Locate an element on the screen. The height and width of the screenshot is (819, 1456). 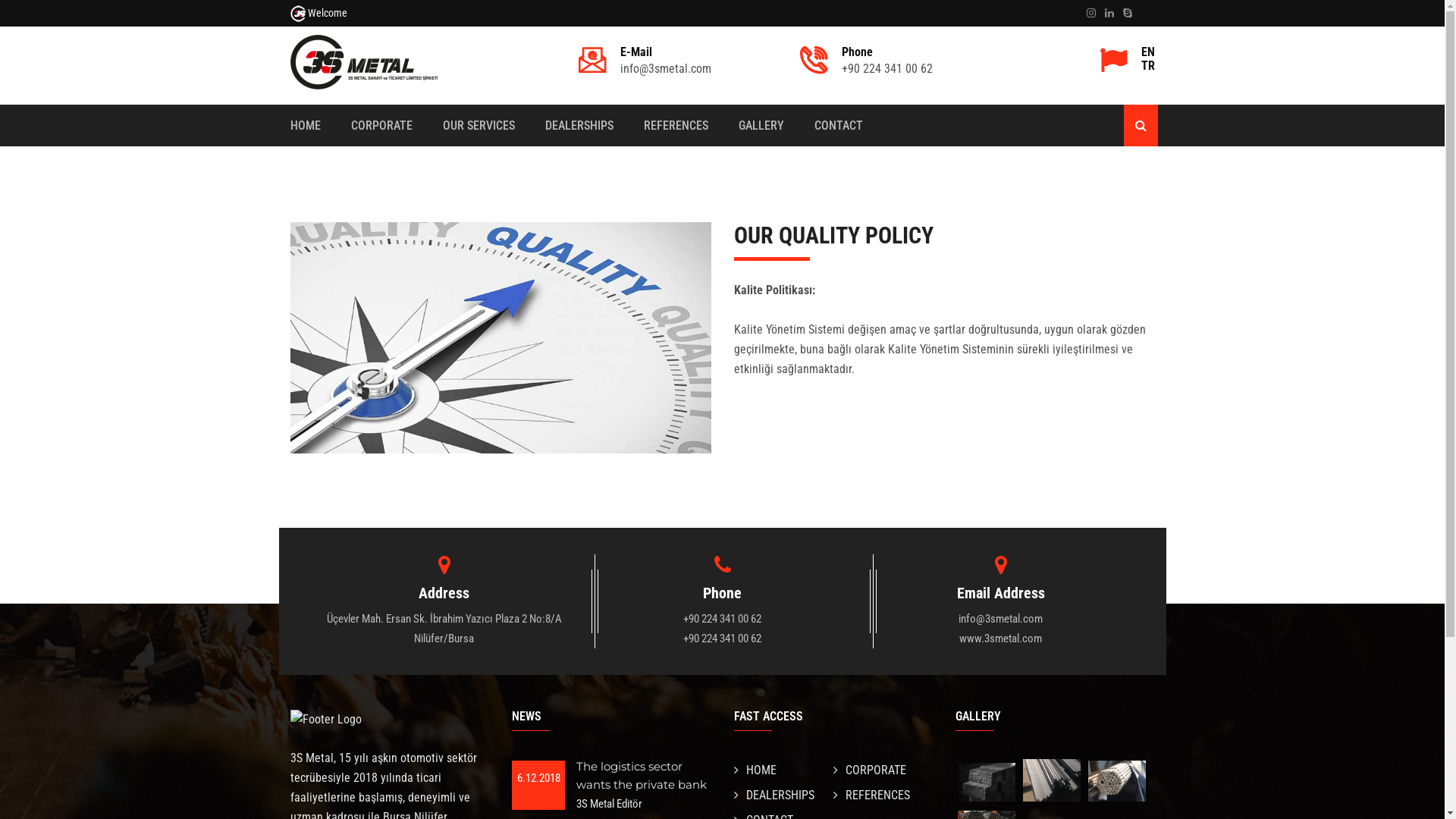
'TR' is located at coordinates (1140, 65).